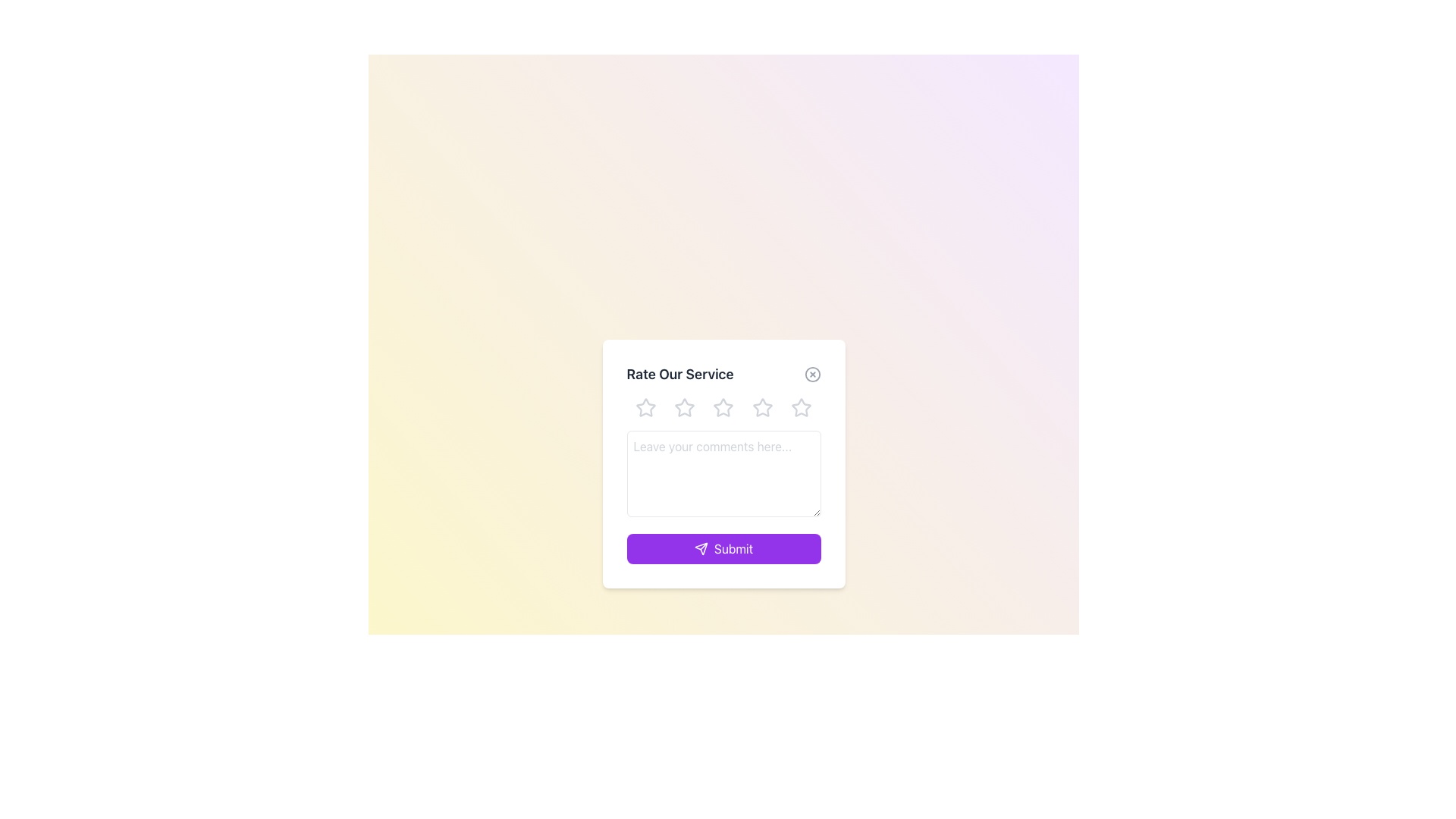 Image resolution: width=1456 pixels, height=819 pixels. Describe the element at coordinates (762, 406) in the screenshot. I see `the fourth star-shaped icon in the rating interface` at that location.